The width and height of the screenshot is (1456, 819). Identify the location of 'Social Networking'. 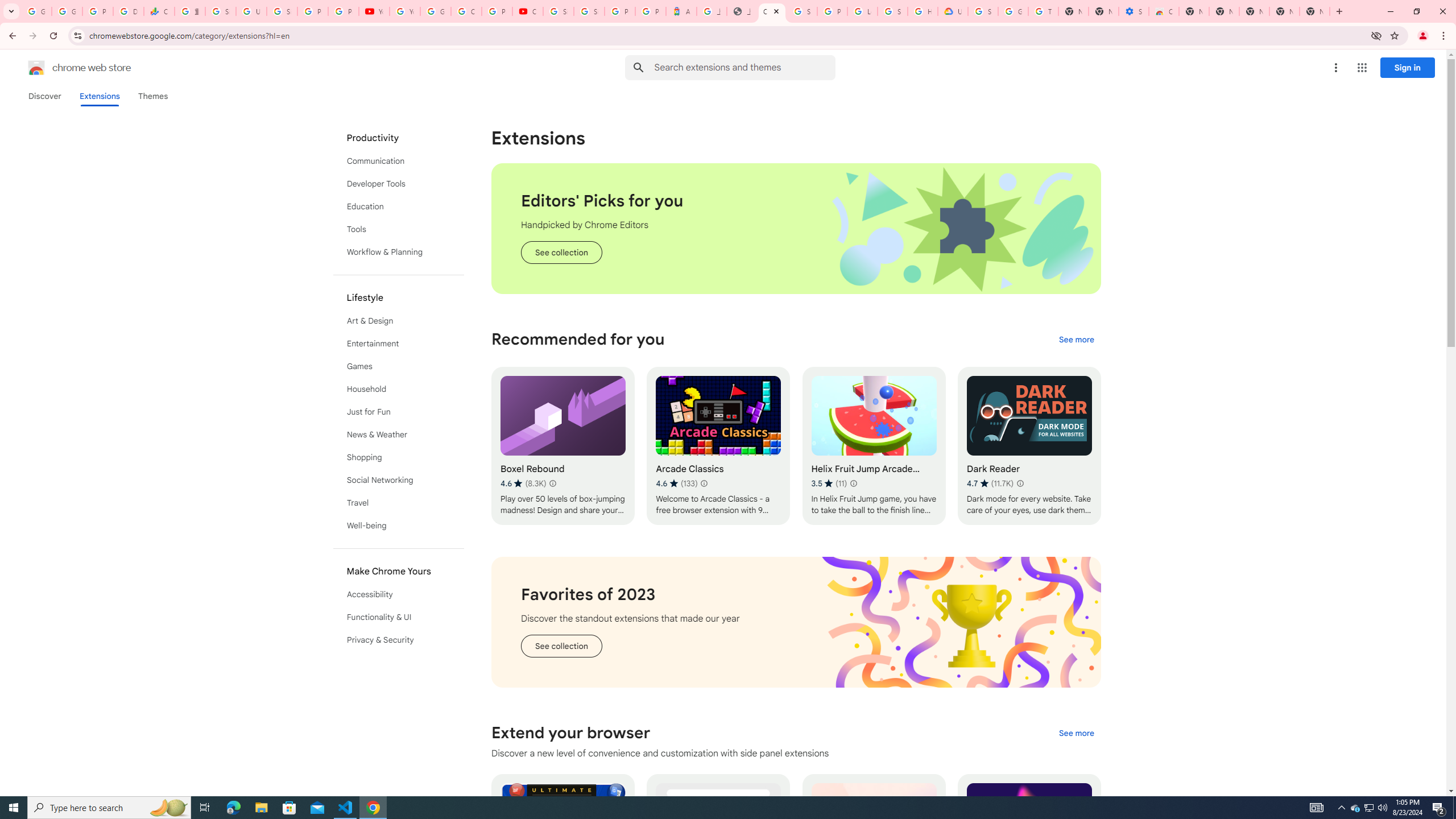
(399, 479).